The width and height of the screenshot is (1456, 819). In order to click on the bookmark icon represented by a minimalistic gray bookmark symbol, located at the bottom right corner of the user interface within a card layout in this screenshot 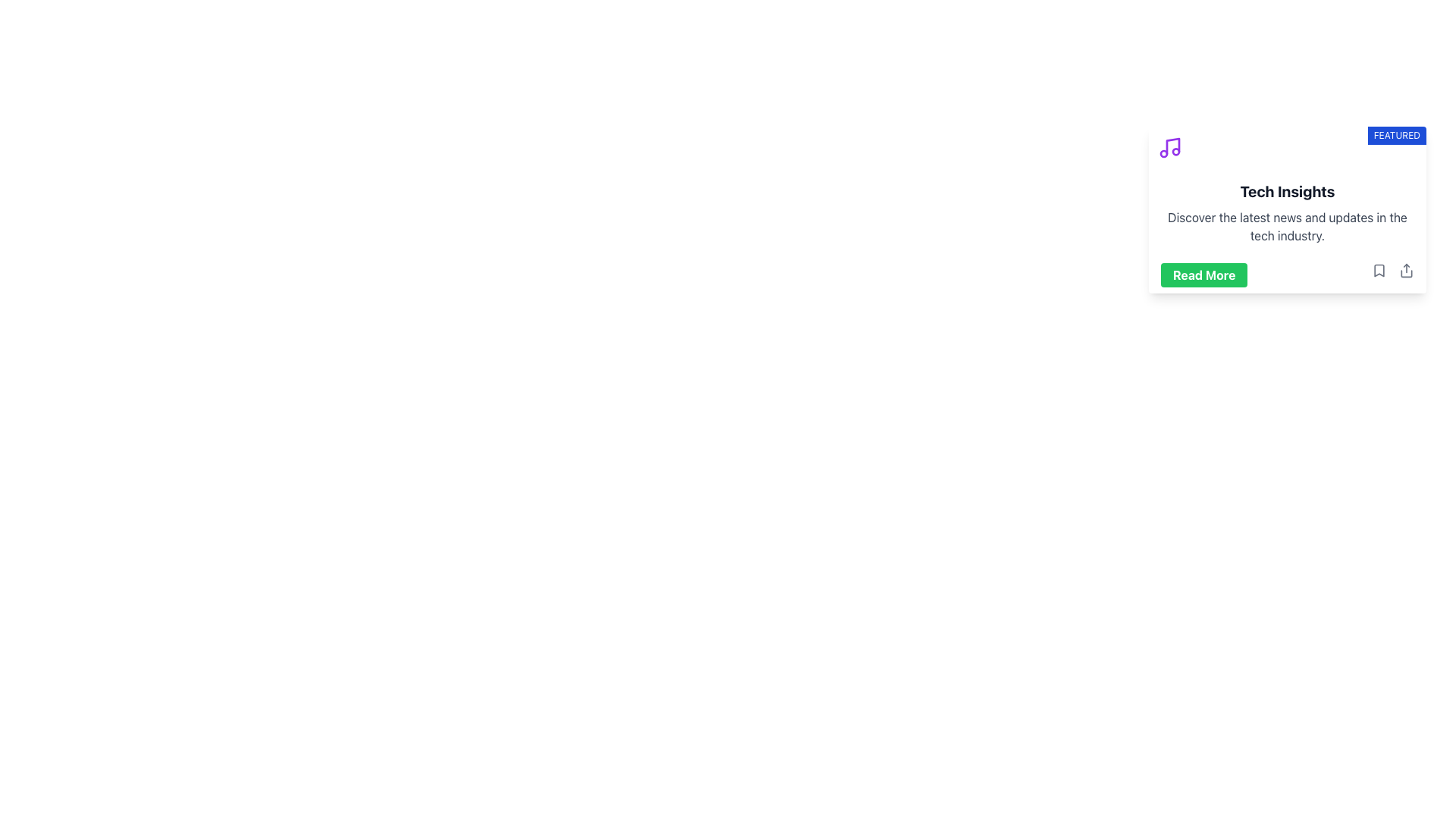, I will do `click(1379, 270)`.